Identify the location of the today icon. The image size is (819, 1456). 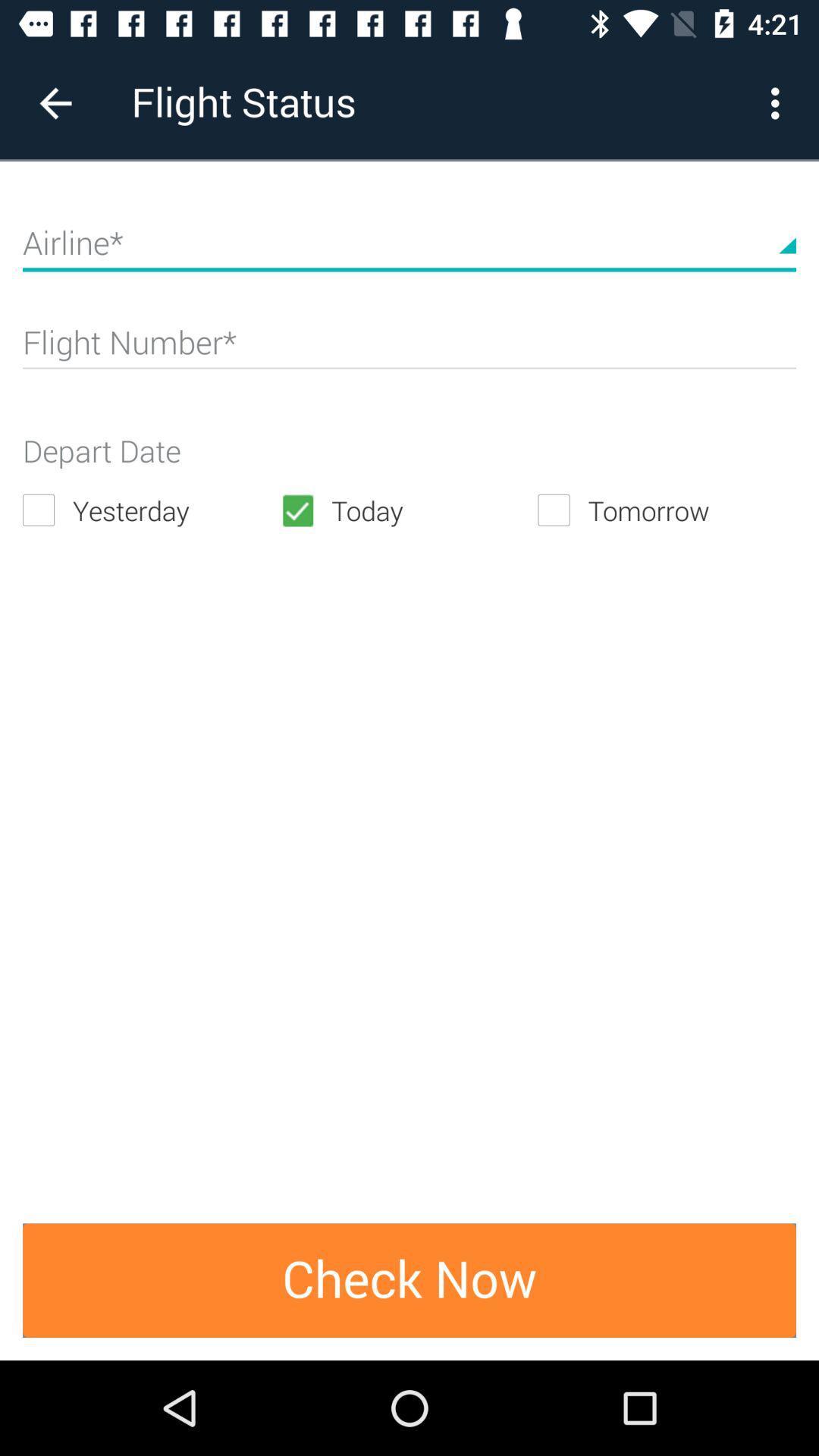
(408, 510).